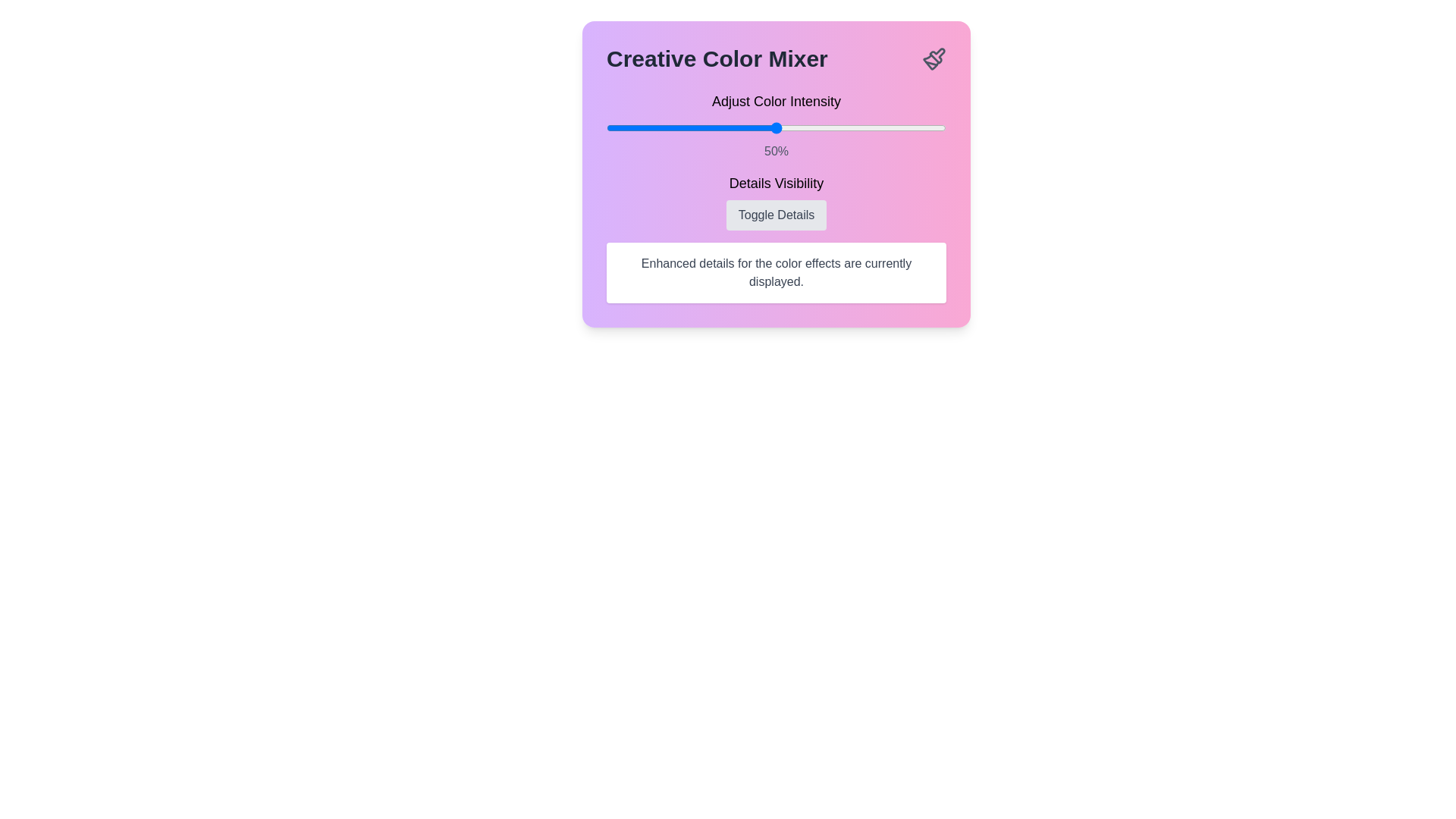 Image resolution: width=1456 pixels, height=819 pixels. What do you see at coordinates (776, 215) in the screenshot?
I see `the 'Toggle Details' button, which is a rectangular button with a gray background and dark gray text, located below the header 'Details Visibility'` at bounding box center [776, 215].